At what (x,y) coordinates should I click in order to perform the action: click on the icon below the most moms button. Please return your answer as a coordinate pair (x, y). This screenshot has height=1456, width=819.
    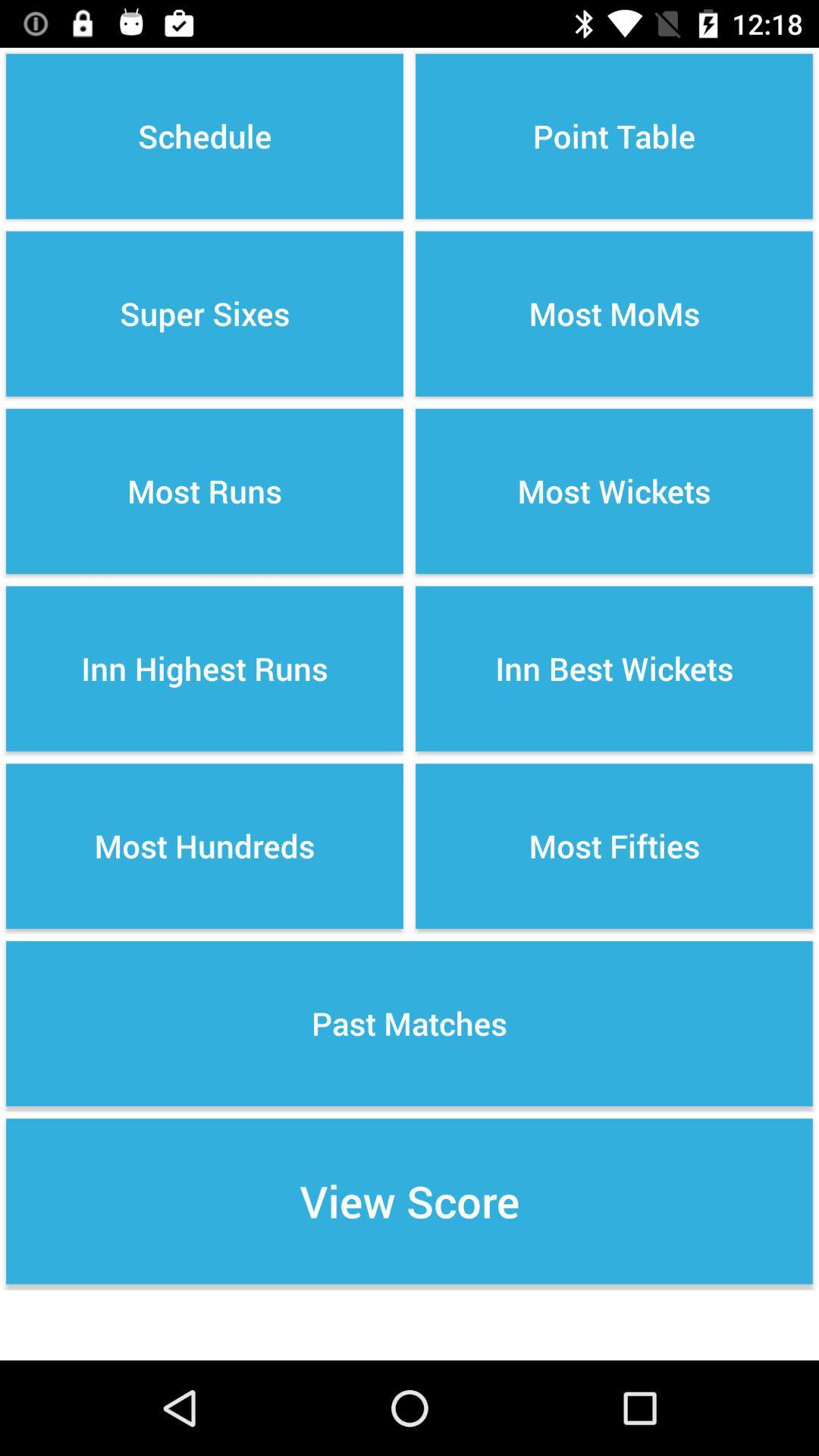
    Looking at the image, I should click on (614, 491).